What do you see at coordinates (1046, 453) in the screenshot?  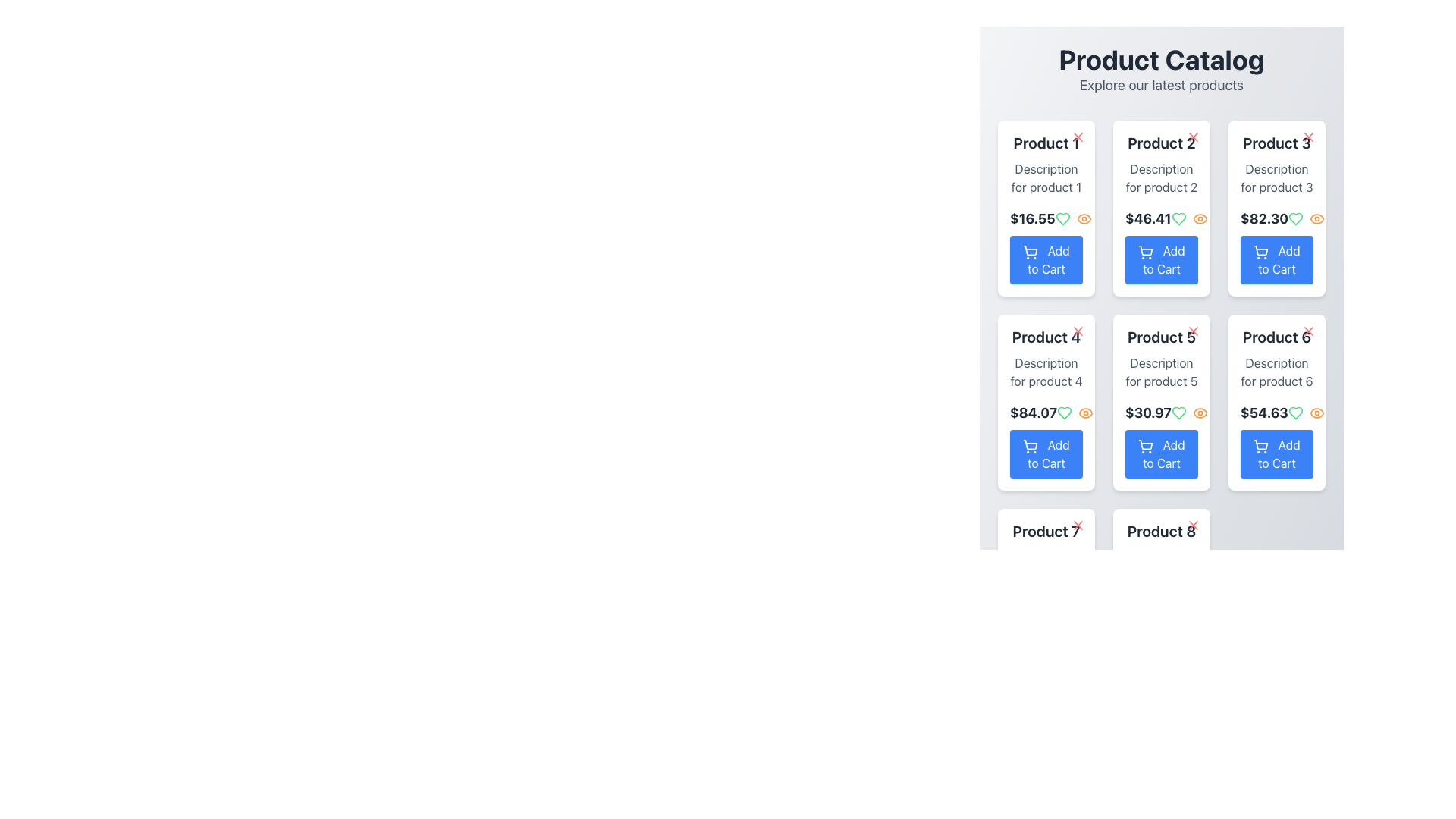 I see `the 'Add to Cart' button, which is a rectangular button with a blue background, white text, and a shopping cart icon, located below the product price in the card layout for 'Product 4'` at bounding box center [1046, 453].